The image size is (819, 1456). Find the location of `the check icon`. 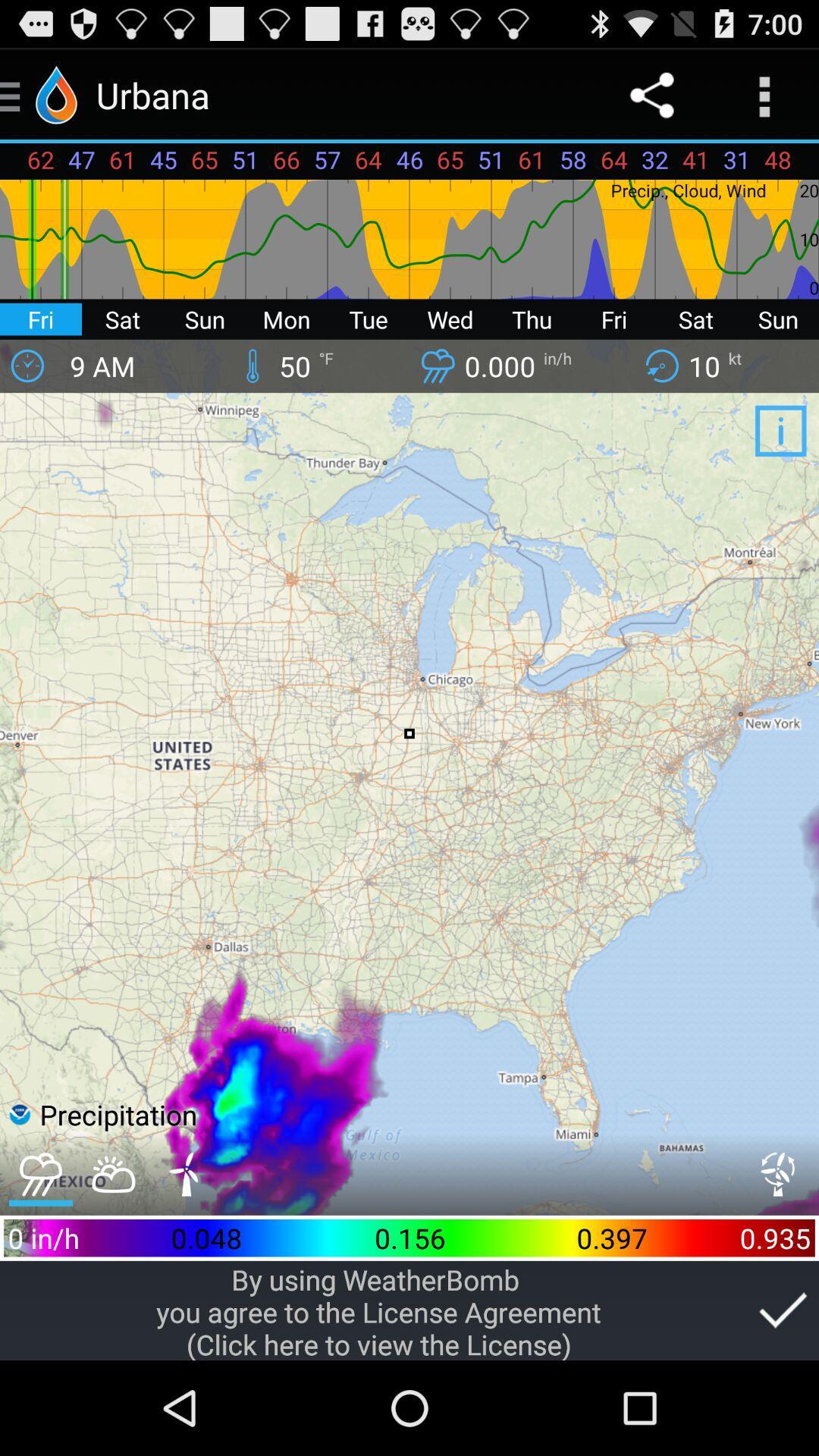

the check icon is located at coordinates (783, 1401).